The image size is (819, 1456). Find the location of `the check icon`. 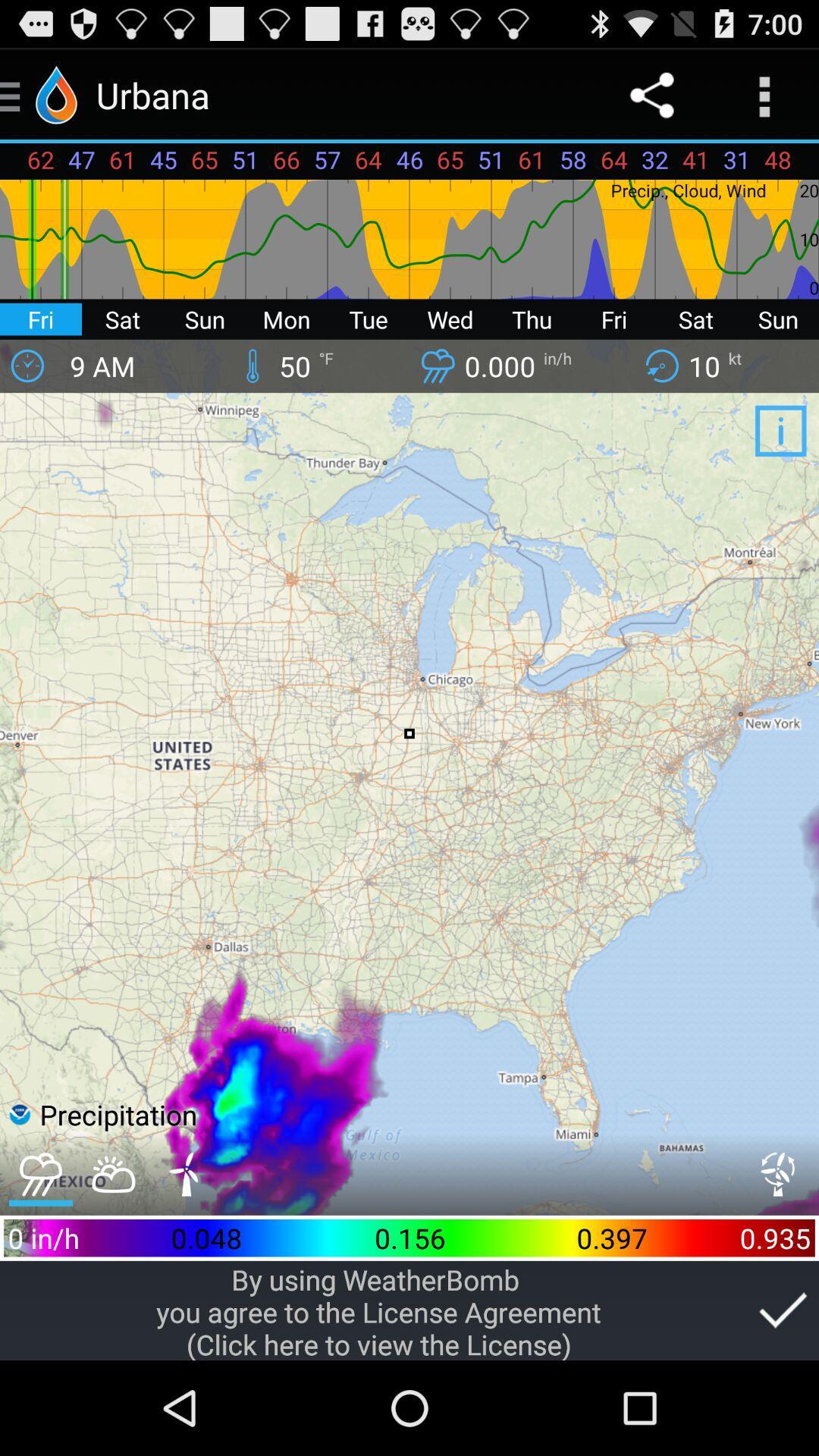

the check icon is located at coordinates (783, 1401).